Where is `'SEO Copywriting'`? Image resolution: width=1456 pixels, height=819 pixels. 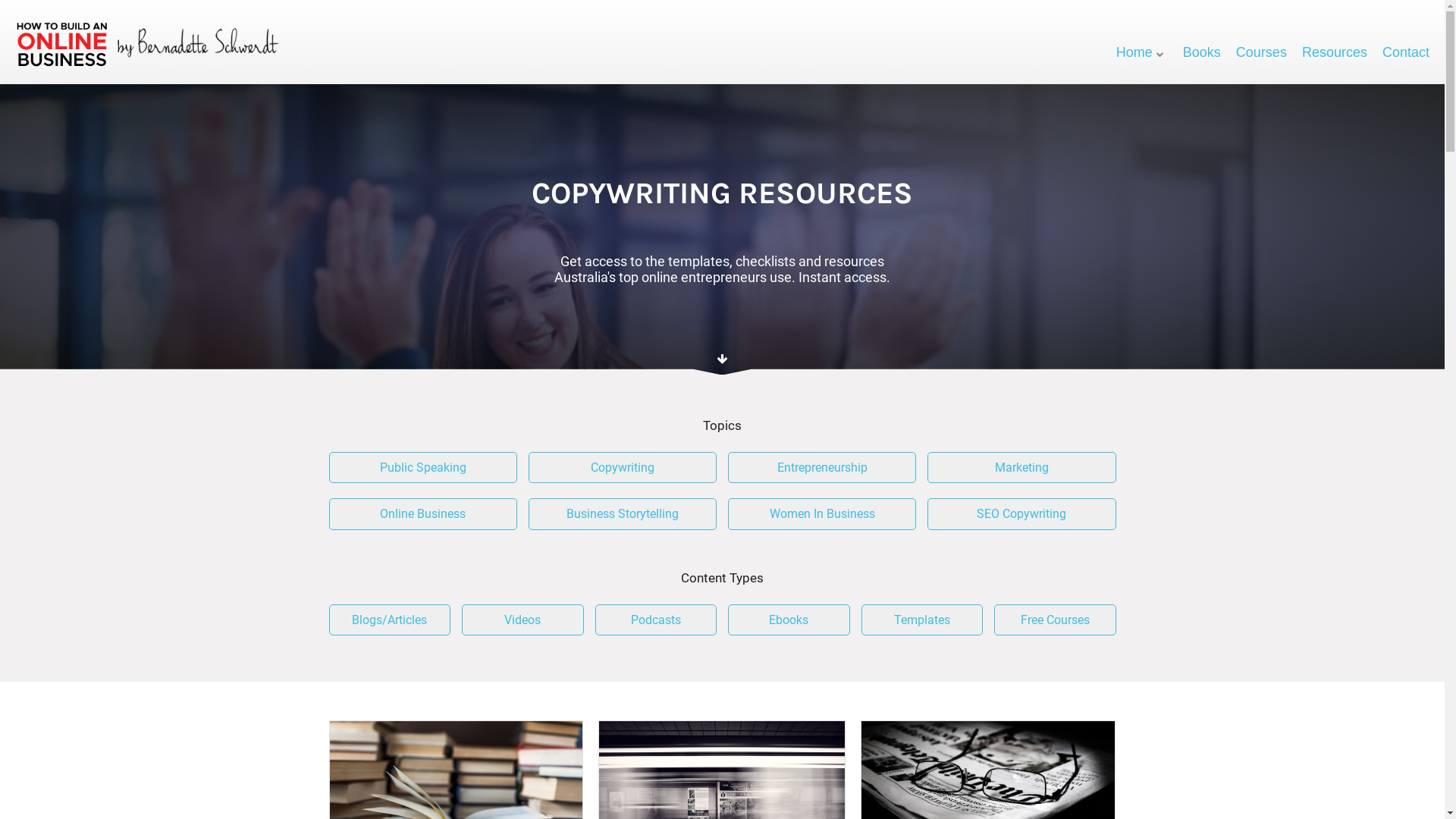
'SEO Copywriting' is located at coordinates (927, 513).